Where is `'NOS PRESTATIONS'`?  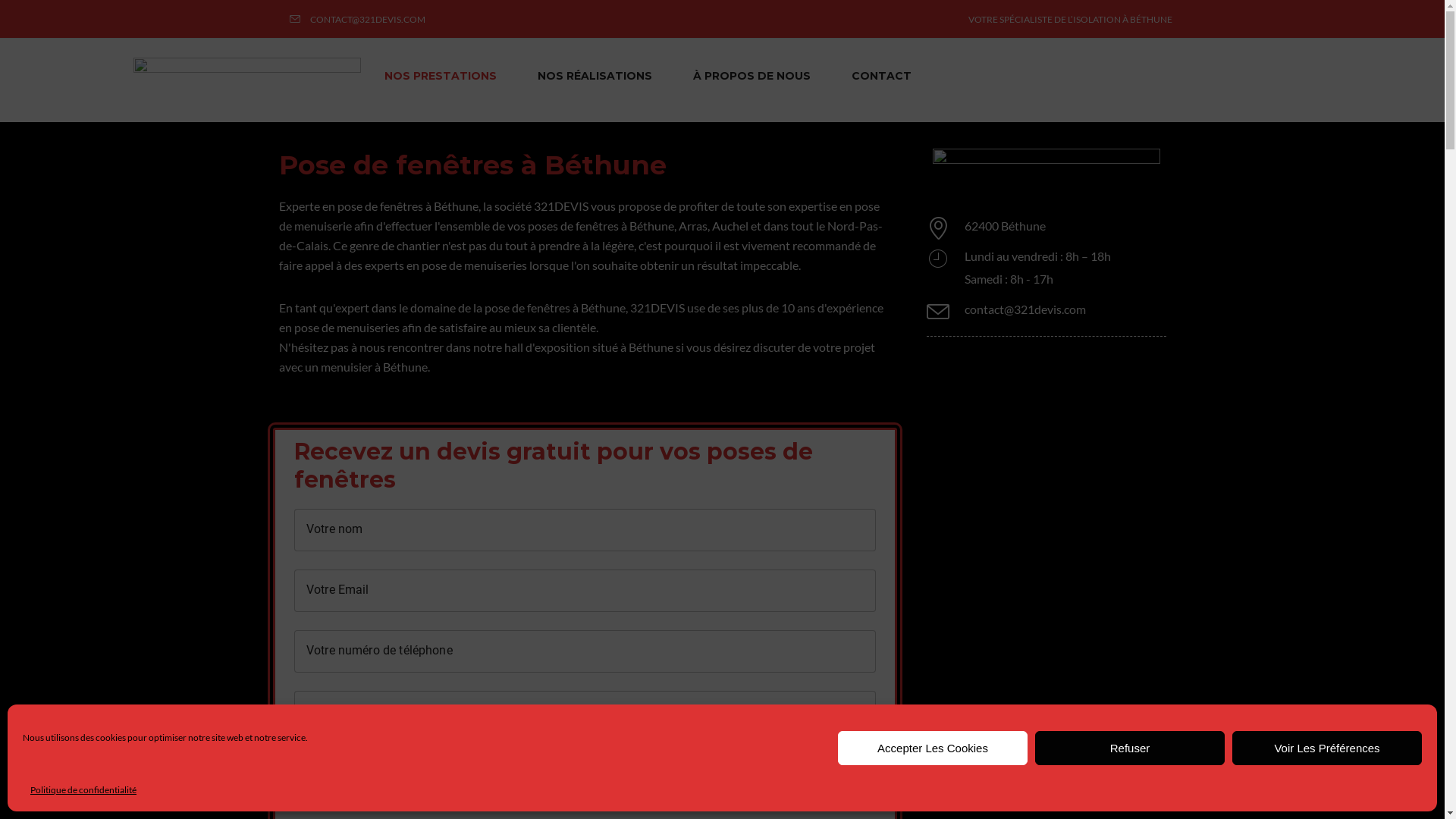
'NOS PRESTATIONS' is located at coordinates (439, 76).